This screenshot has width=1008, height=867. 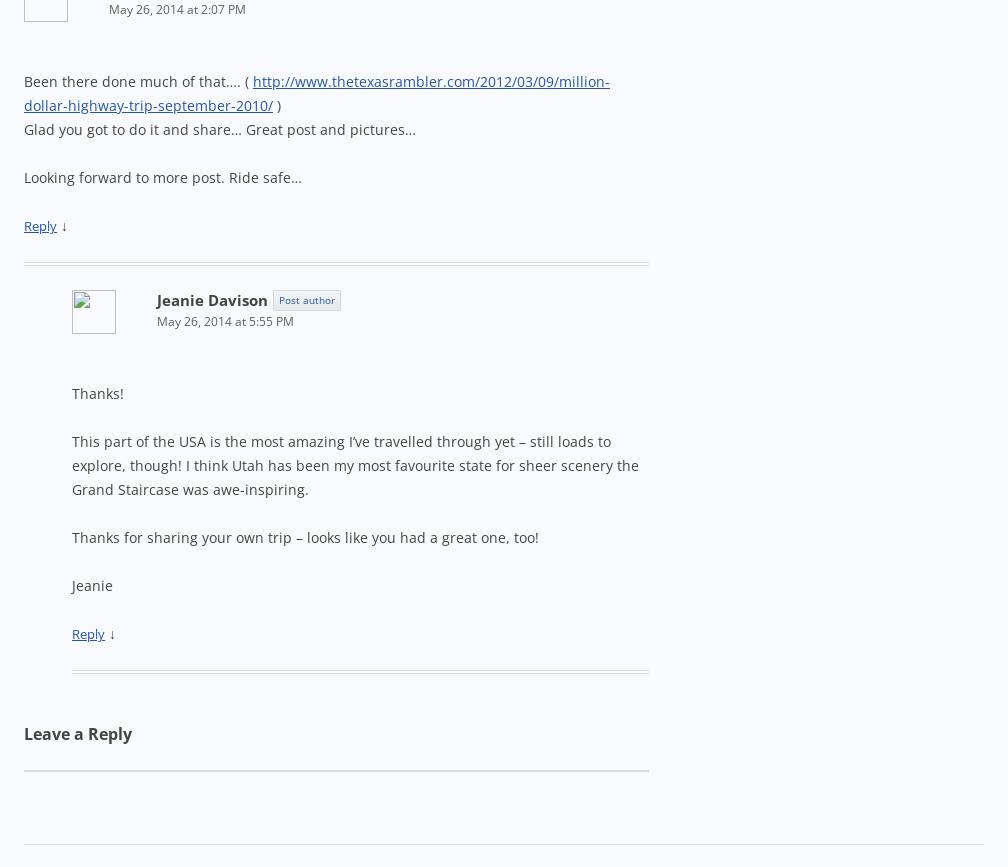 I want to click on 'Been there done much of that…. (', so click(x=23, y=81).